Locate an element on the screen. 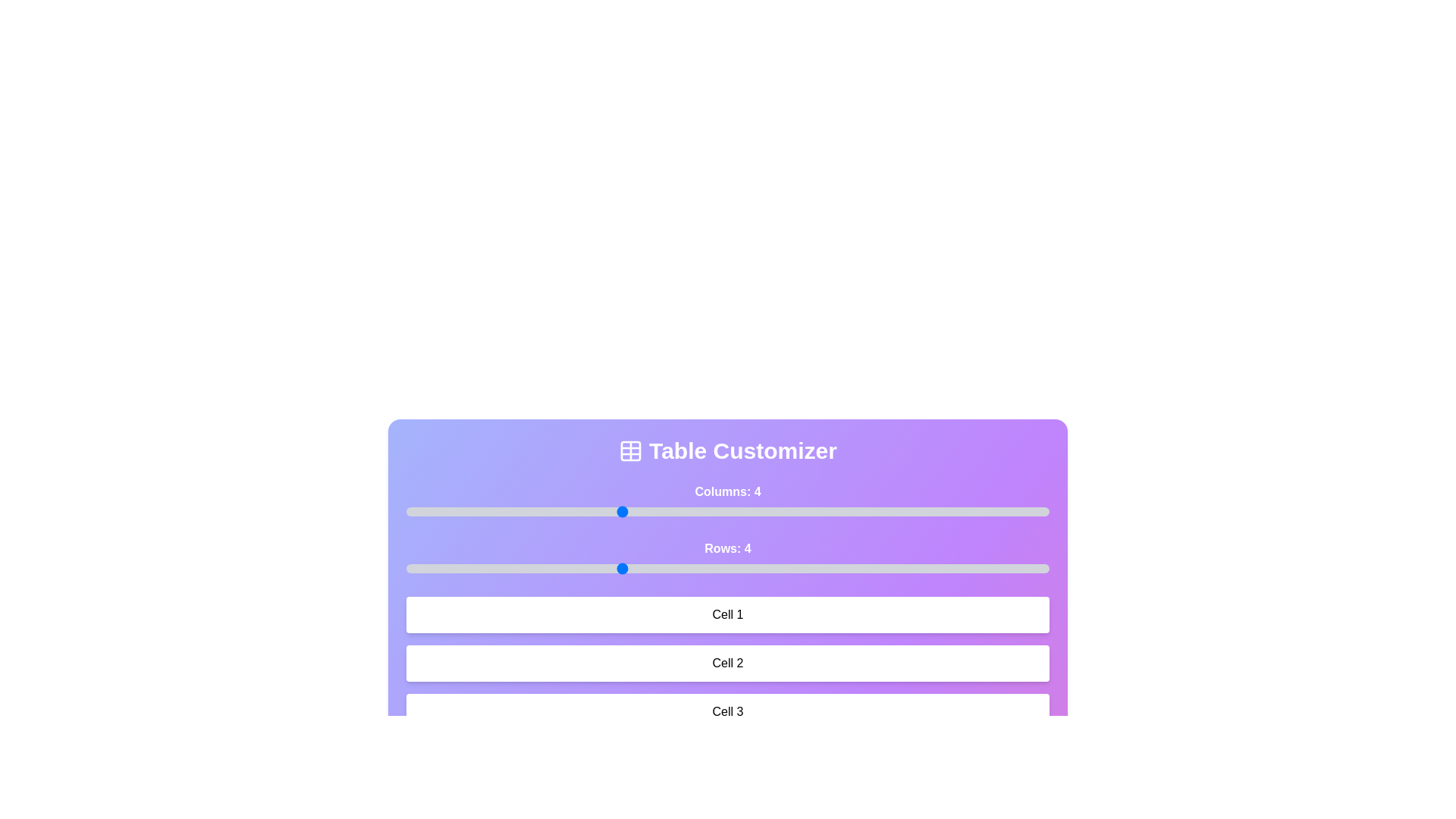 The width and height of the screenshot is (1456, 819). the number of rows by setting the slider to 6 rows is located at coordinates (834, 568).